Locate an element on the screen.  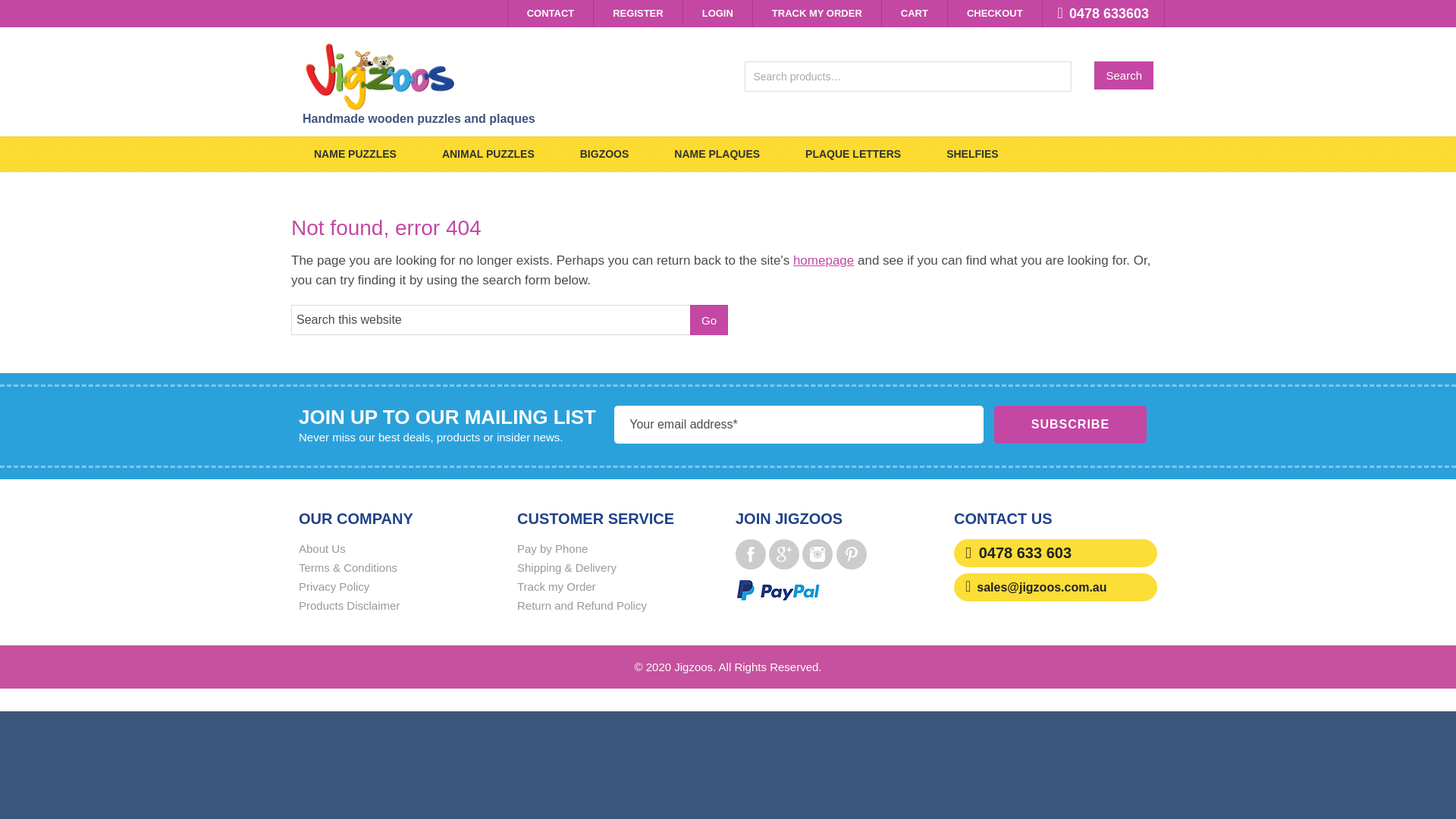
'CART' is located at coordinates (913, 13).